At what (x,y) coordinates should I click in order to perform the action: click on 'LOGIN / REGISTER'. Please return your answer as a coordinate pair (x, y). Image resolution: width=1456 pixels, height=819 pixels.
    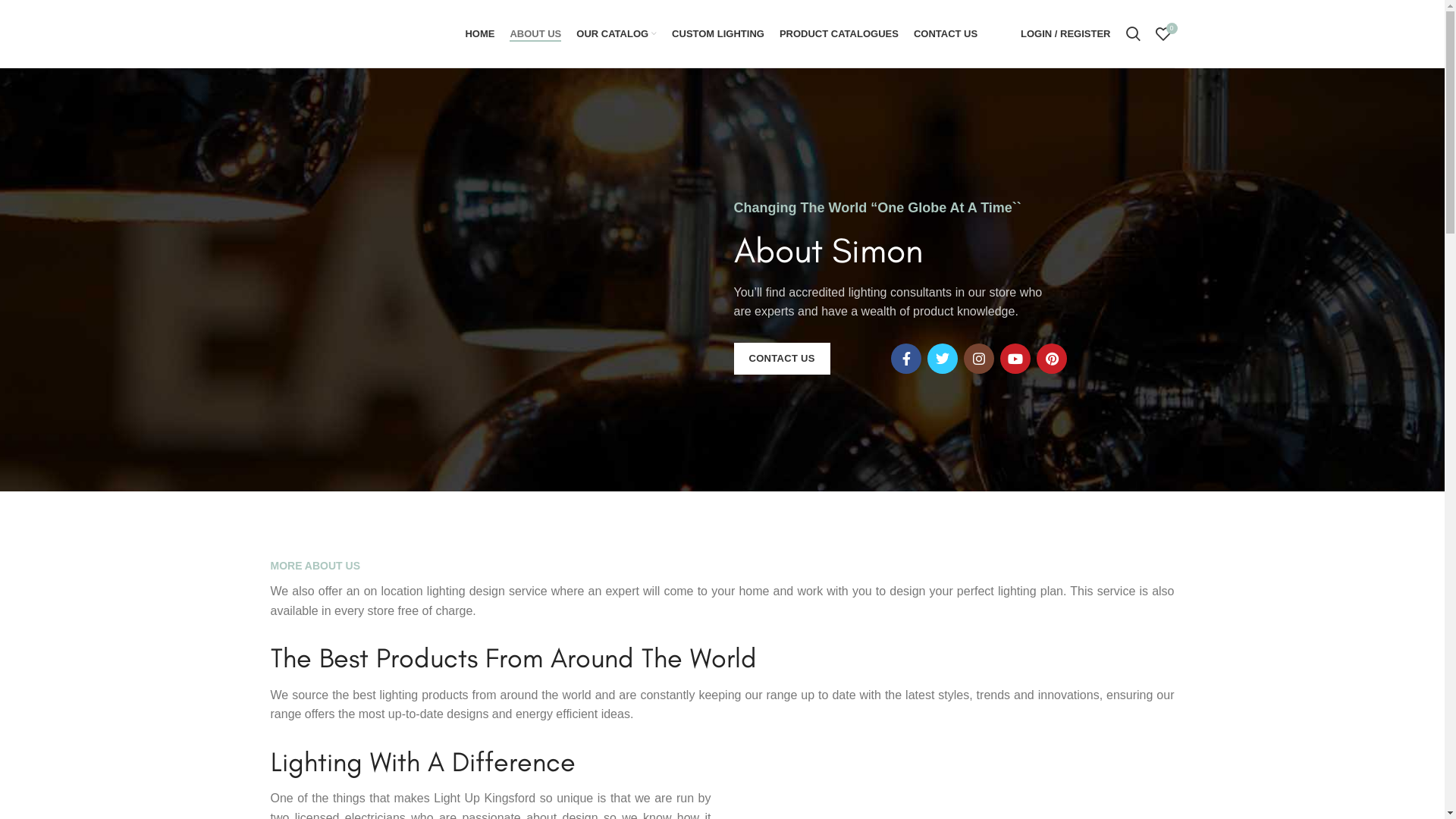
    Looking at the image, I should click on (1065, 33).